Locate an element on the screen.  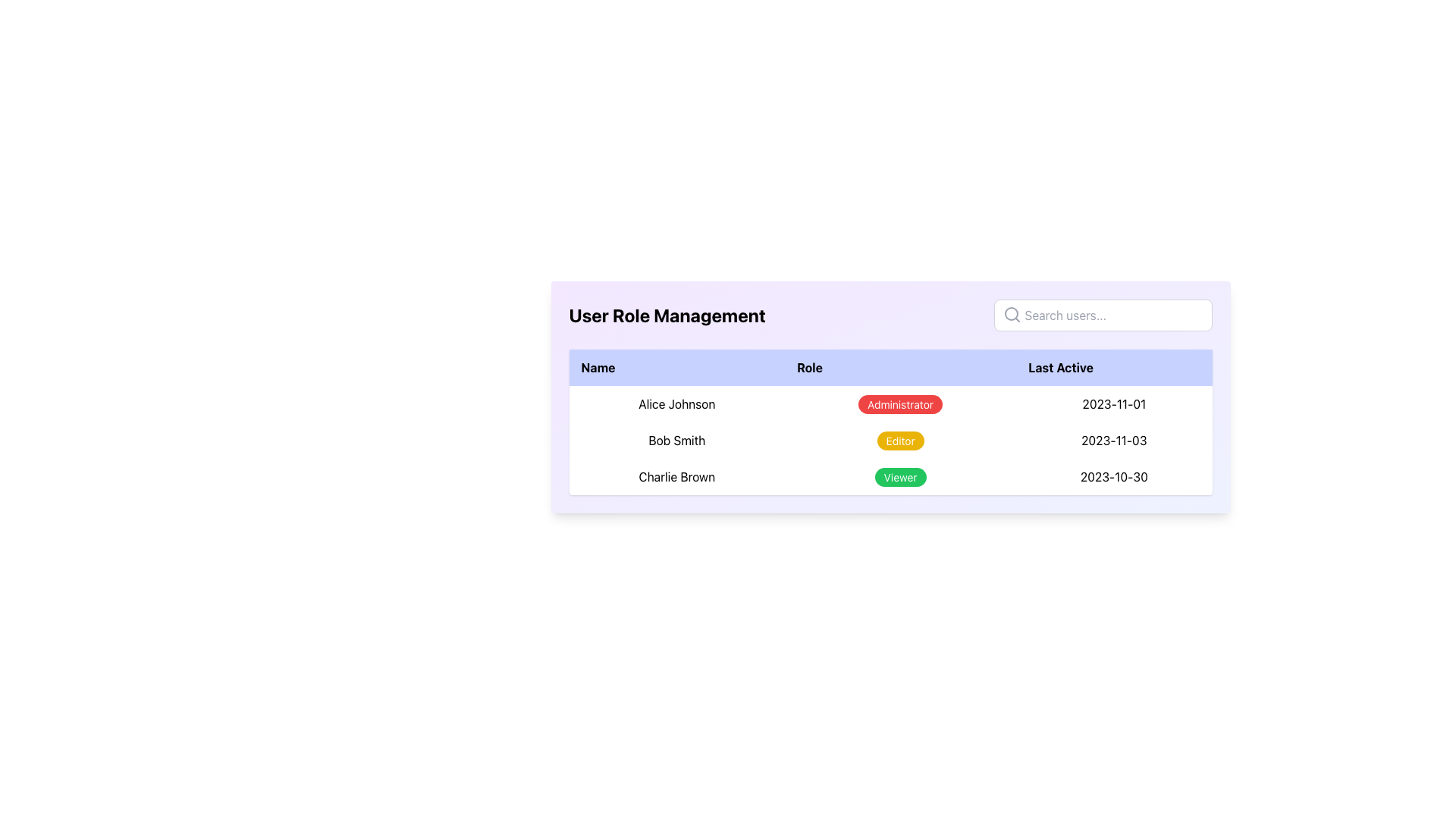
the pill-shaped button with a green background and white text reading 'Viewer', located in the 'Role' column of the 'User Role Management' table, aligned with 'Charlie Brown' is located at coordinates (900, 476).